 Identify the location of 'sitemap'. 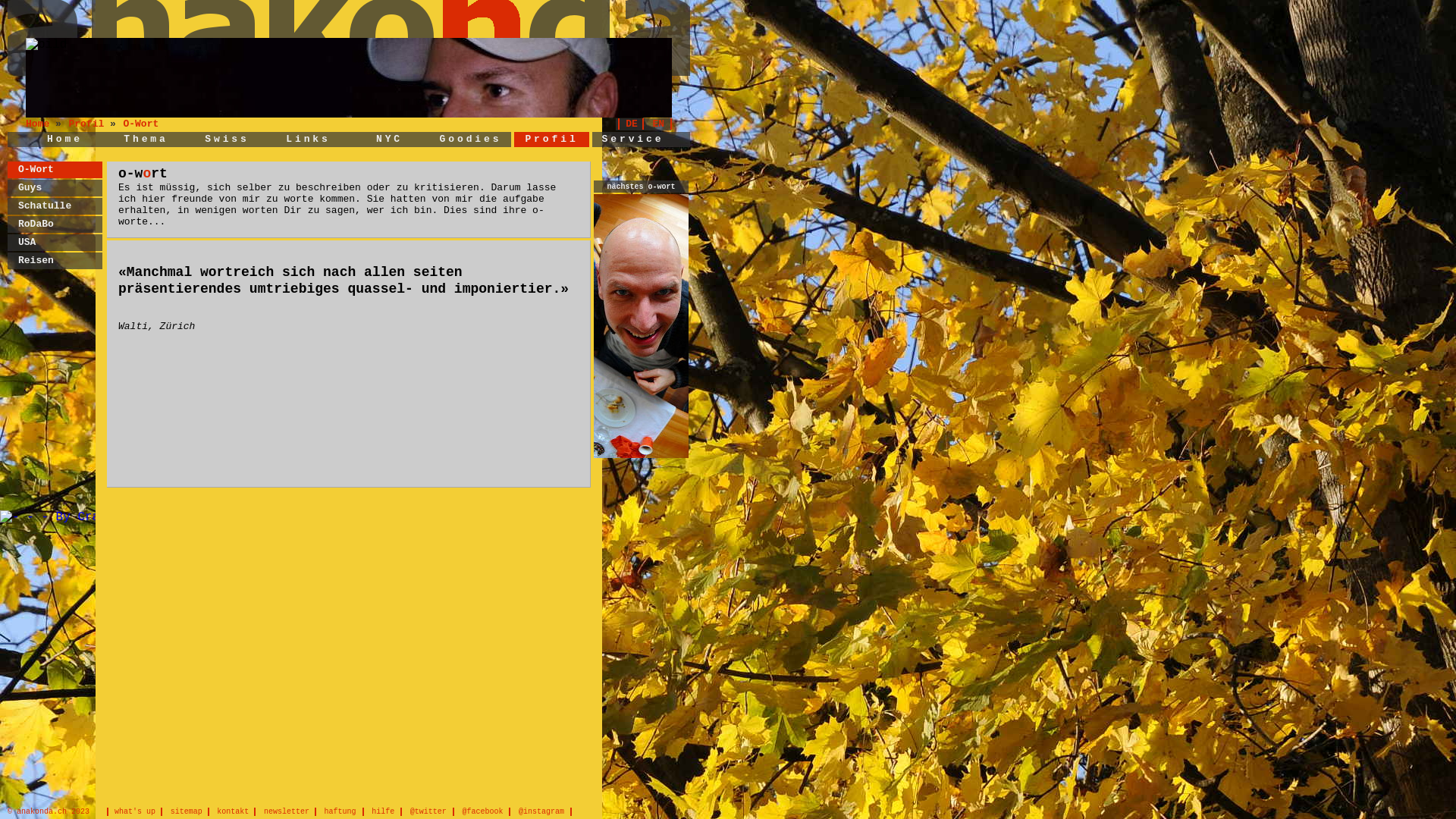
(188, 811).